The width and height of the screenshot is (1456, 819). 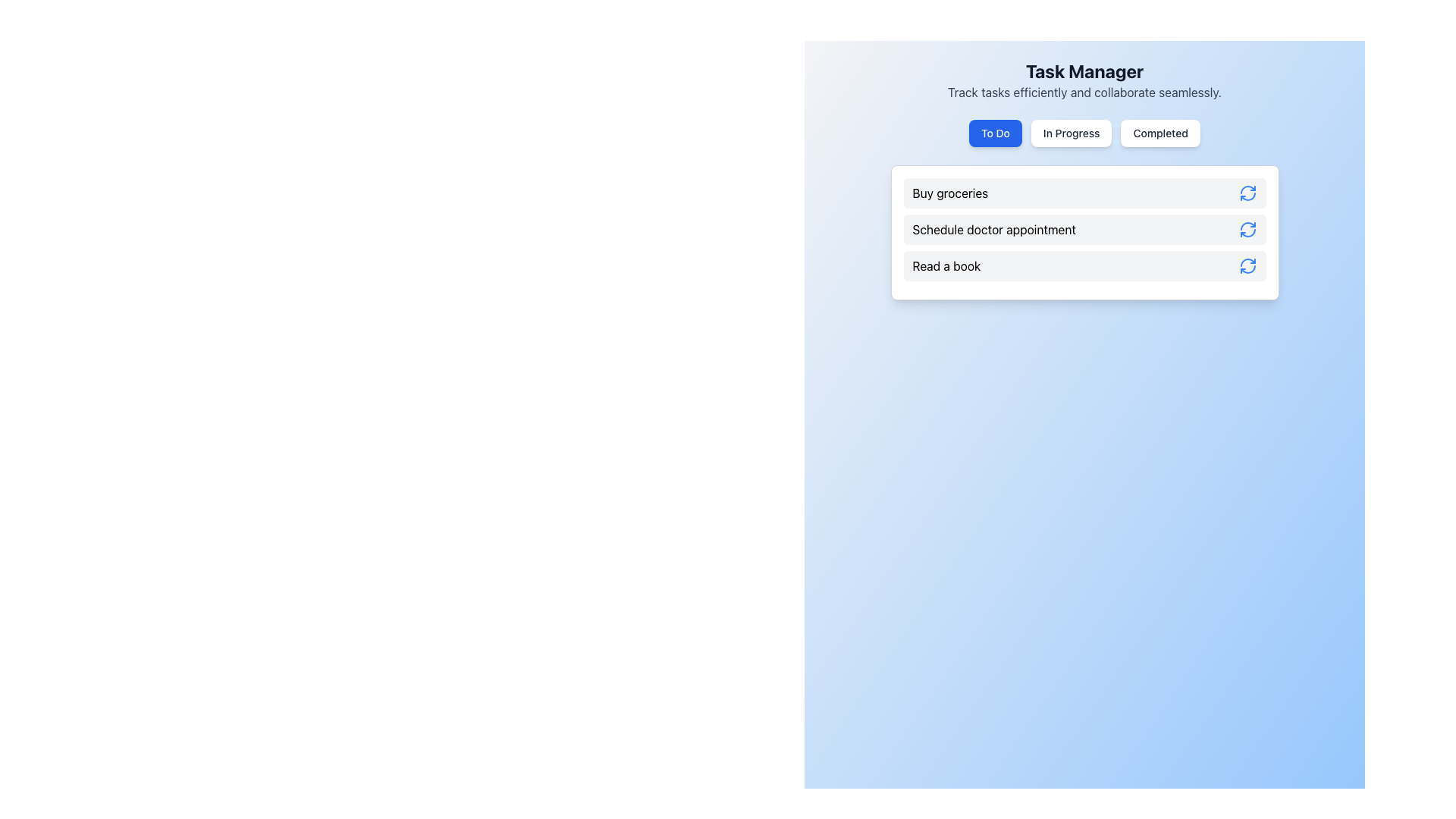 What do you see at coordinates (1247, 192) in the screenshot?
I see `the refresh icon located to the right of the 'Buy groceries' task, which is the third element in the horizontal alignment of elements` at bounding box center [1247, 192].